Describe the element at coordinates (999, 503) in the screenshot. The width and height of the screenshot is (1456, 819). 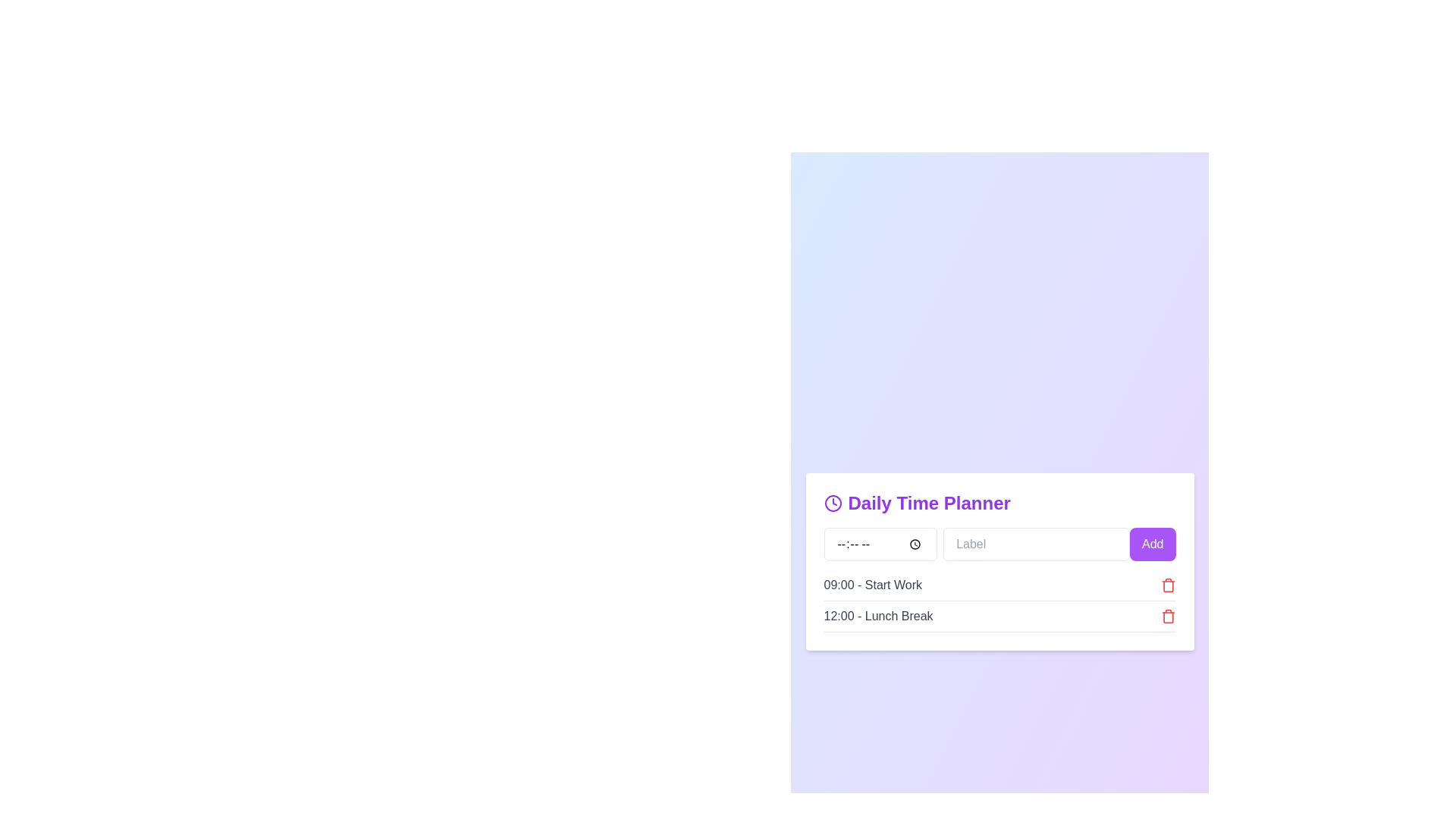
I see `the text label reading 'Daily Time Planner' styled in purple and bold, which is located at the top of the panel, above other components` at that location.